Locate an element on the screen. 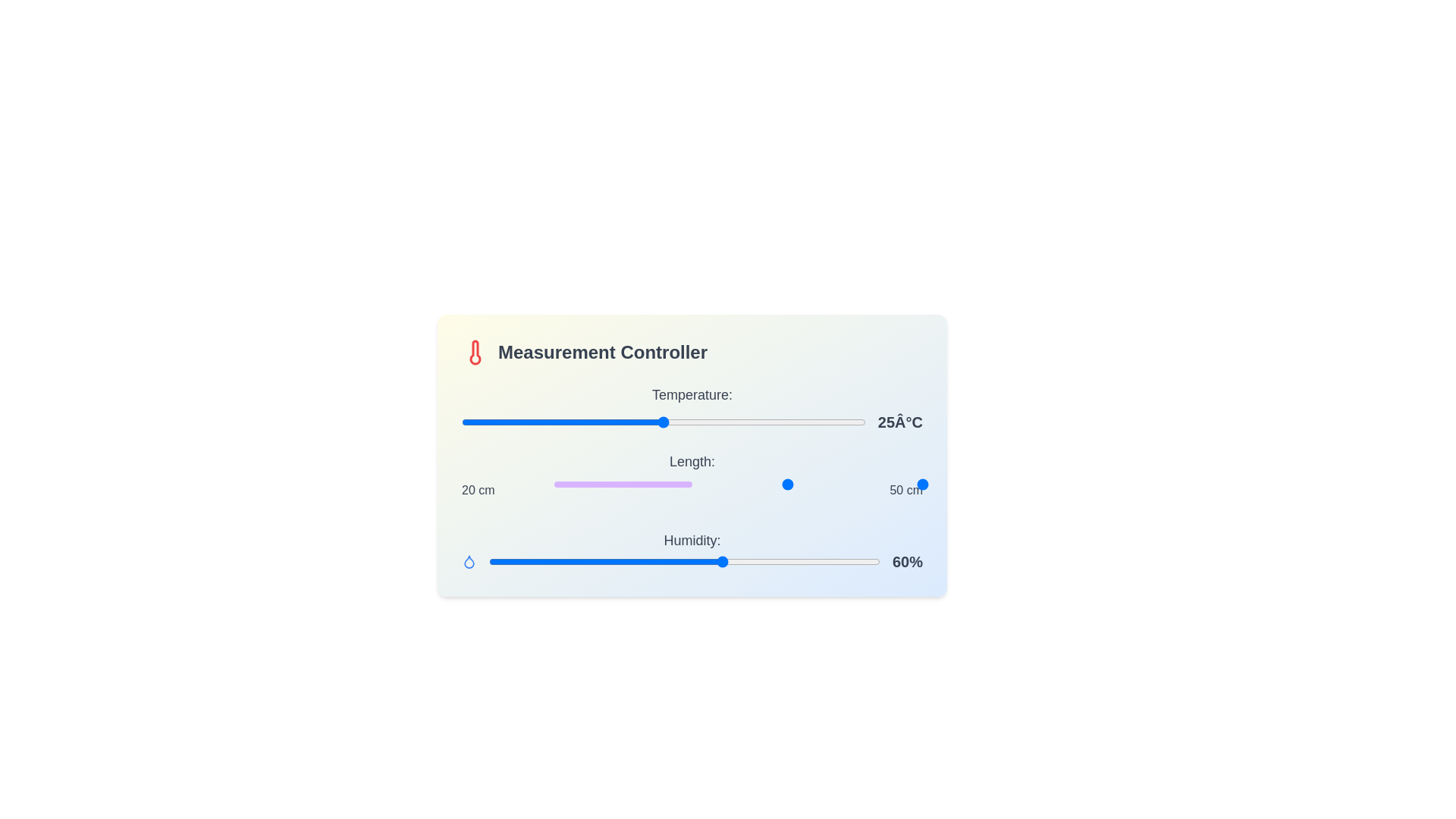 Image resolution: width=1456 pixels, height=819 pixels. the temperature is located at coordinates (648, 422).